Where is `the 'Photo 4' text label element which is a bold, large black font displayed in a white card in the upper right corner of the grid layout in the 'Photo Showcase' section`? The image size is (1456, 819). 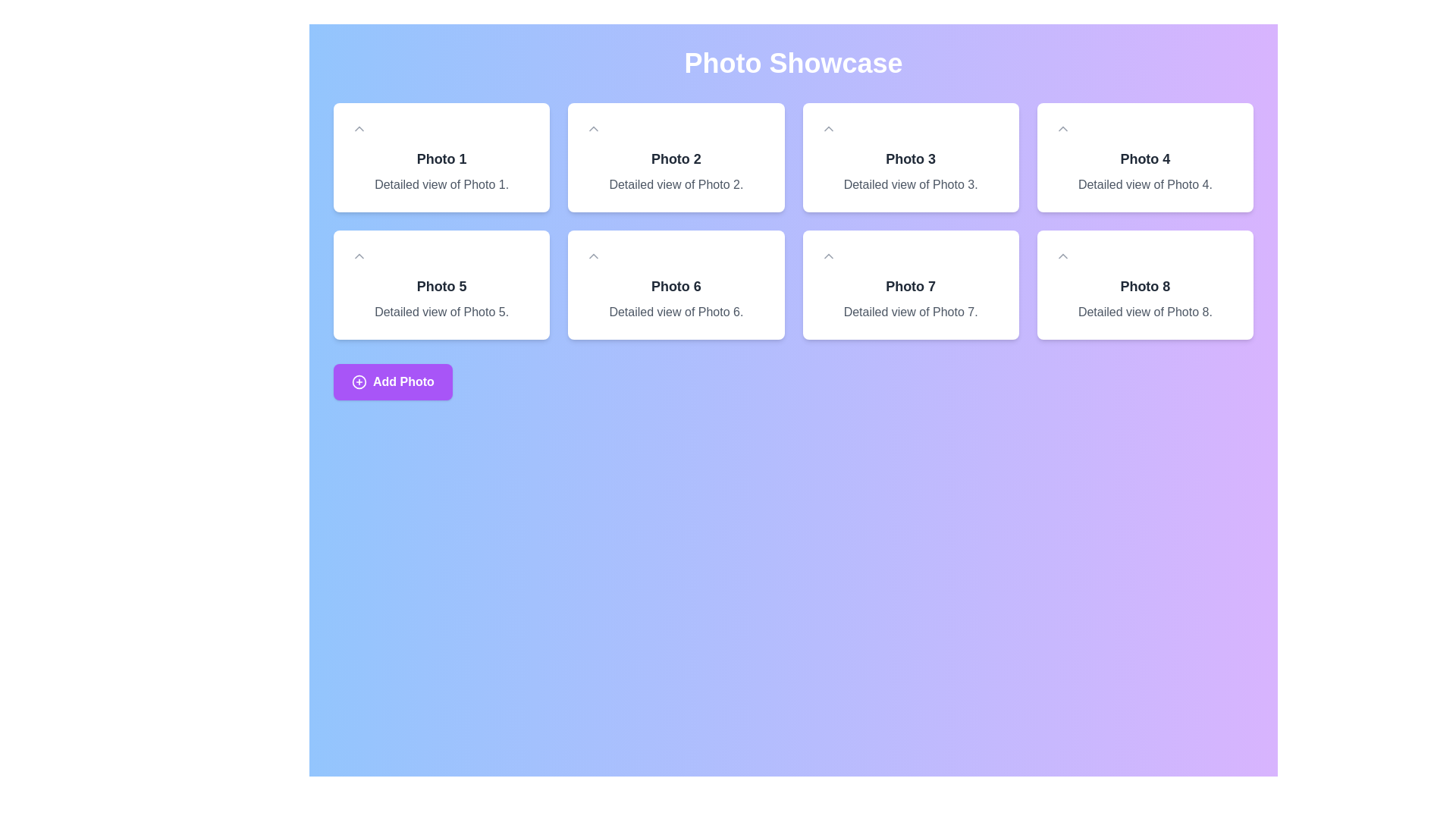 the 'Photo 4' text label element which is a bold, large black font displayed in a white card in the upper right corner of the grid layout in the 'Photo Showcase' section is located at coordinates (1145, 158).